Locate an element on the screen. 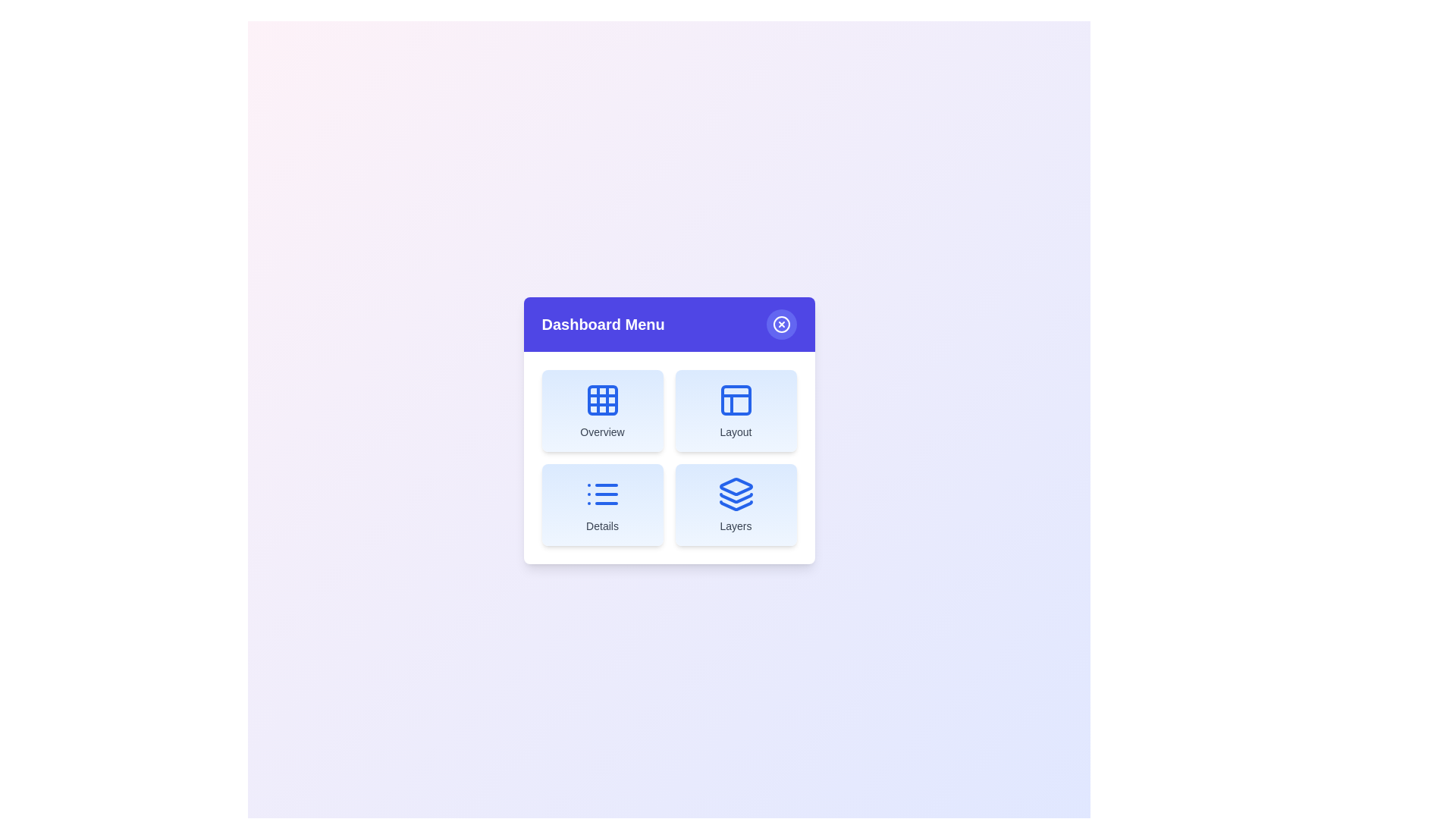 Image resolution: width=1456 pixels, height=819 pixels. the menu item labeled Overview is located at coordinates (601, 411).